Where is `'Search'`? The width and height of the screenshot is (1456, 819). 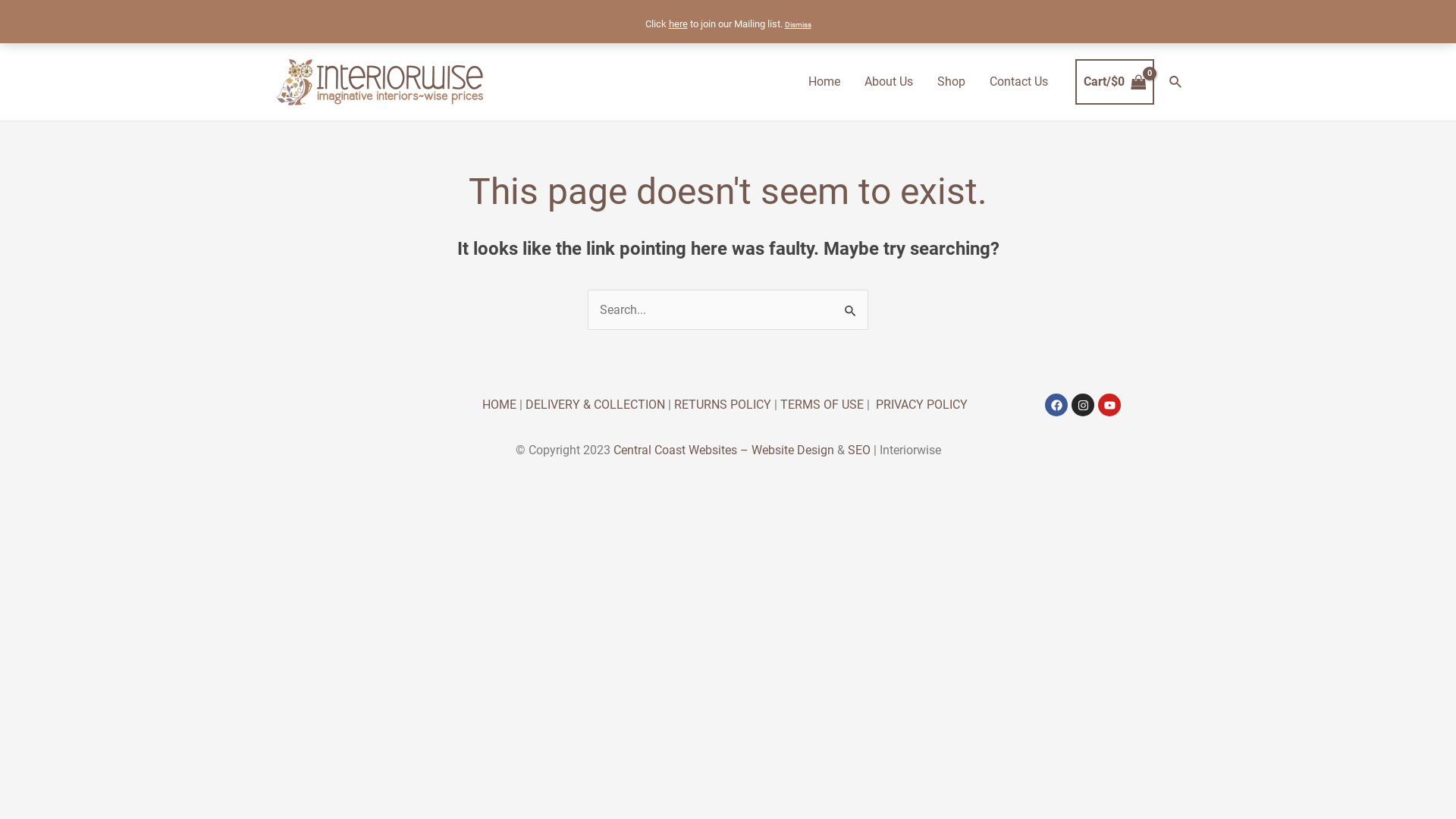 'Search' is located at coordinates (1175, 82).